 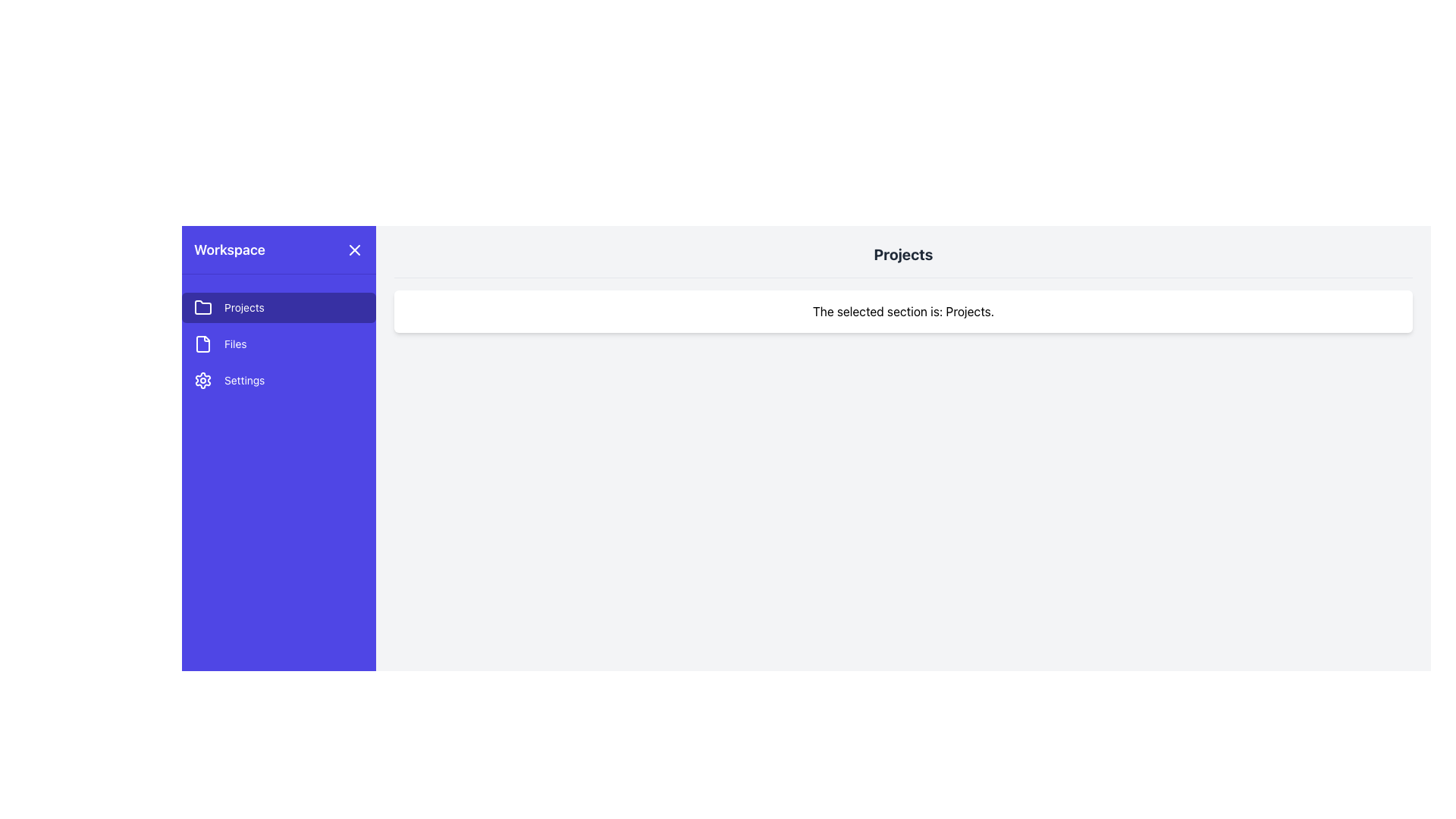 I want to click on the settings button located in the side navigation panel, which is the third item below the 'Files' button, so click(x=279, y=379).